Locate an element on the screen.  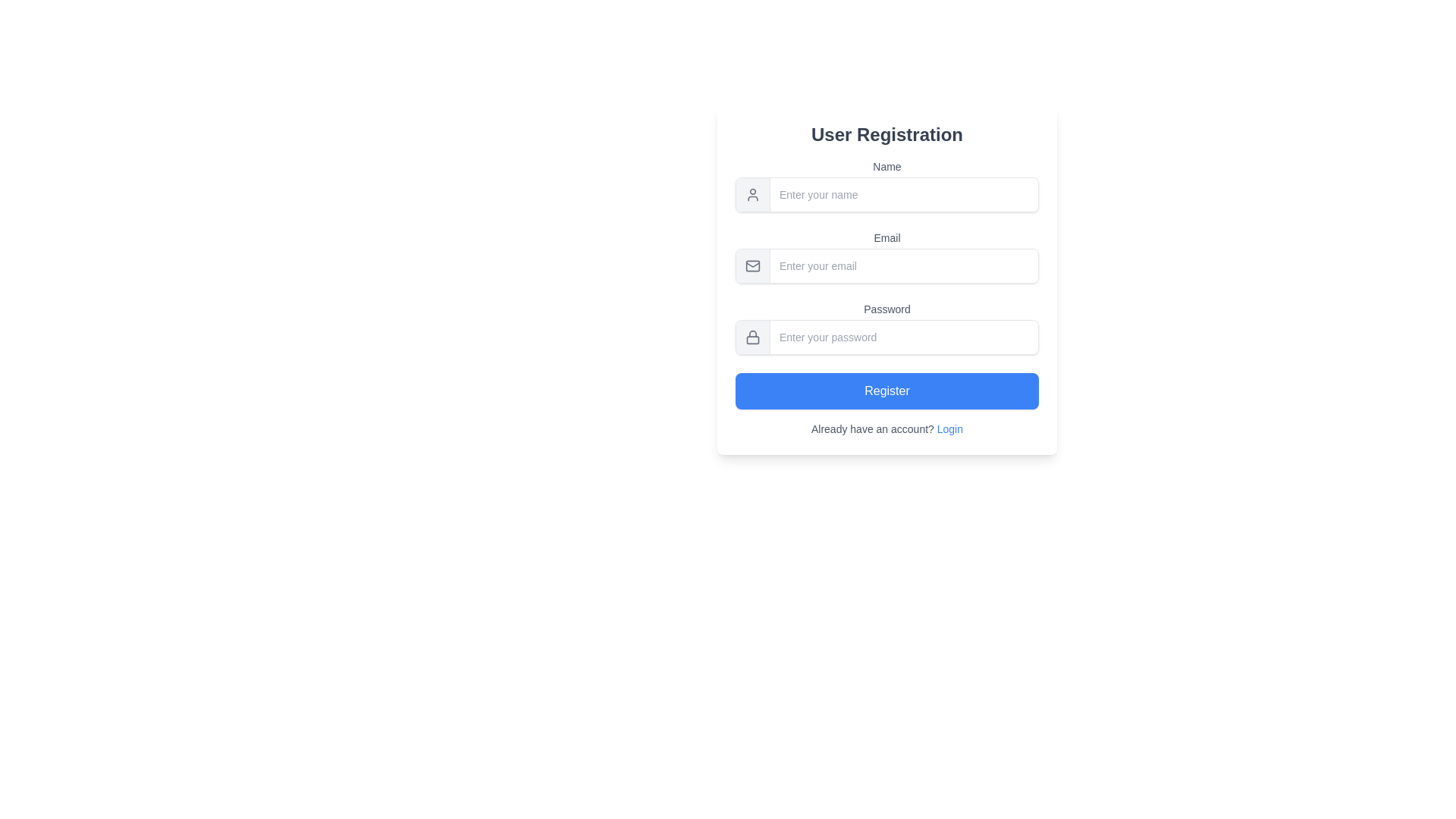
the text block labeled 'User Registration', which is styled in a large and bold font and positioned at the top of the user registration form is located at coordinates (887, 133).